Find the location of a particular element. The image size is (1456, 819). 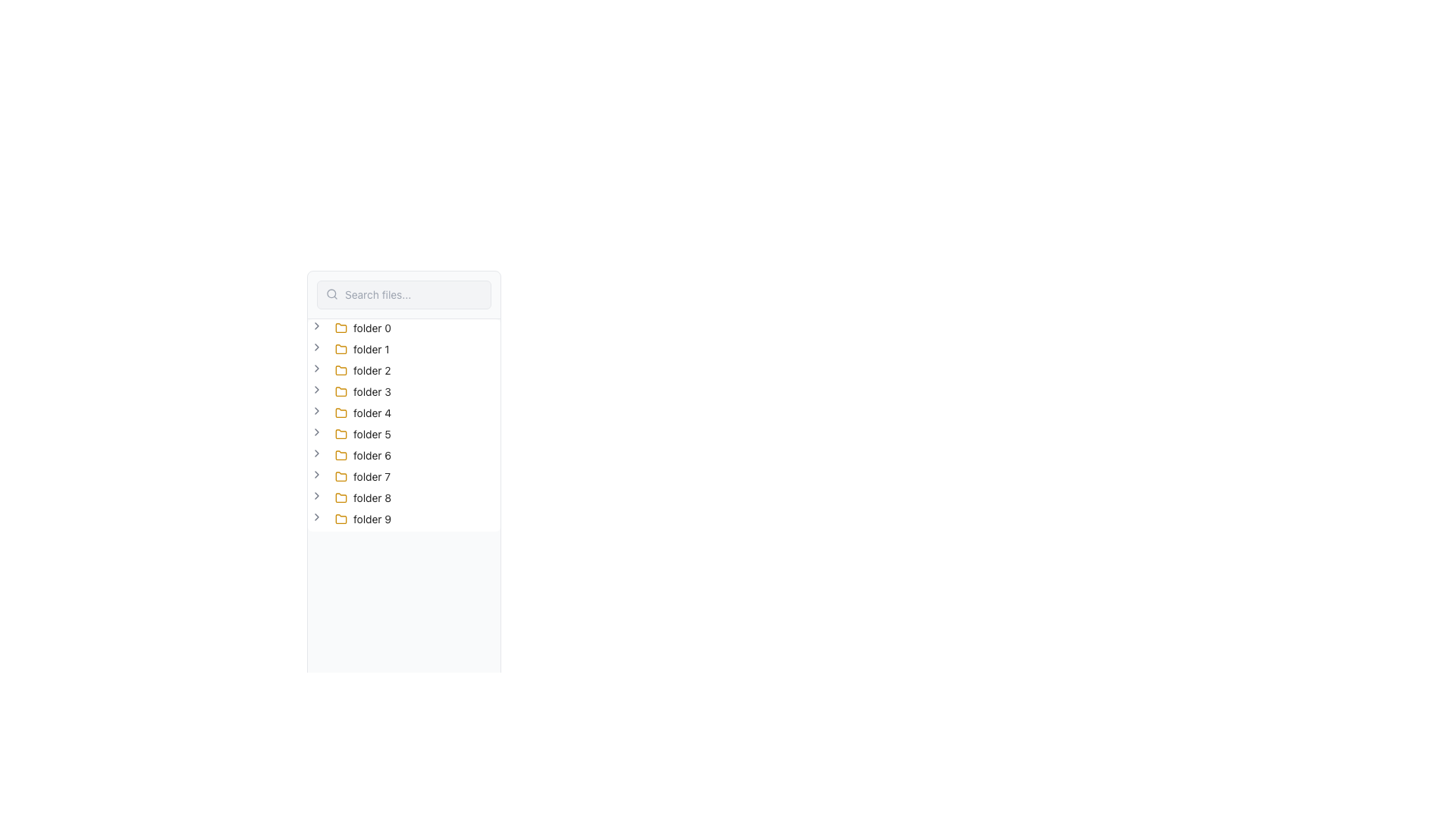

the Chevron icon next to the 'folder 9' entry is located at coordinates (315, 516).